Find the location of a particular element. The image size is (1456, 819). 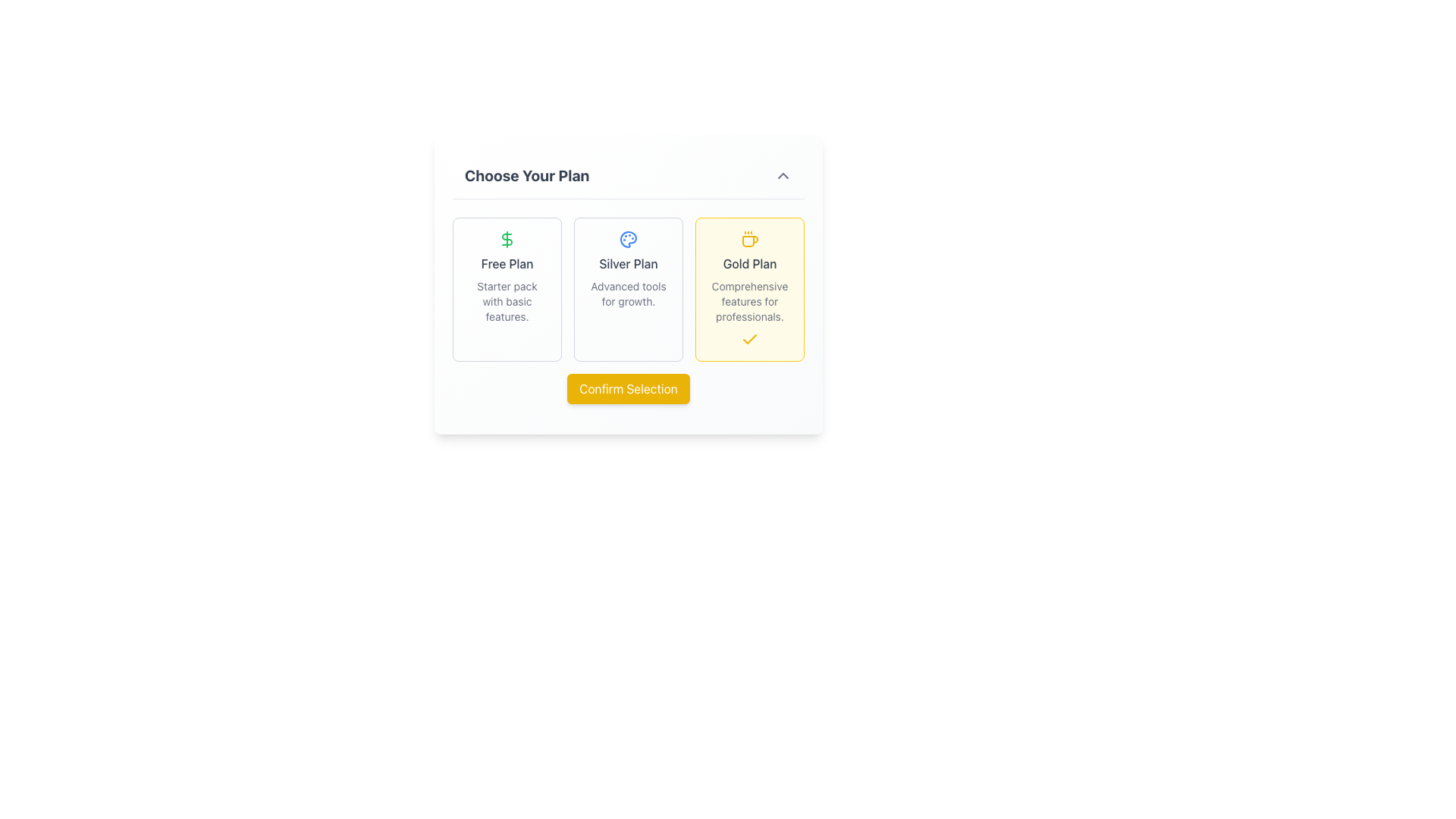

the text label reading 'Gold Plan', which is styled in gray and located in the third plan card with a yellow background is located at coordinates (749, 262).